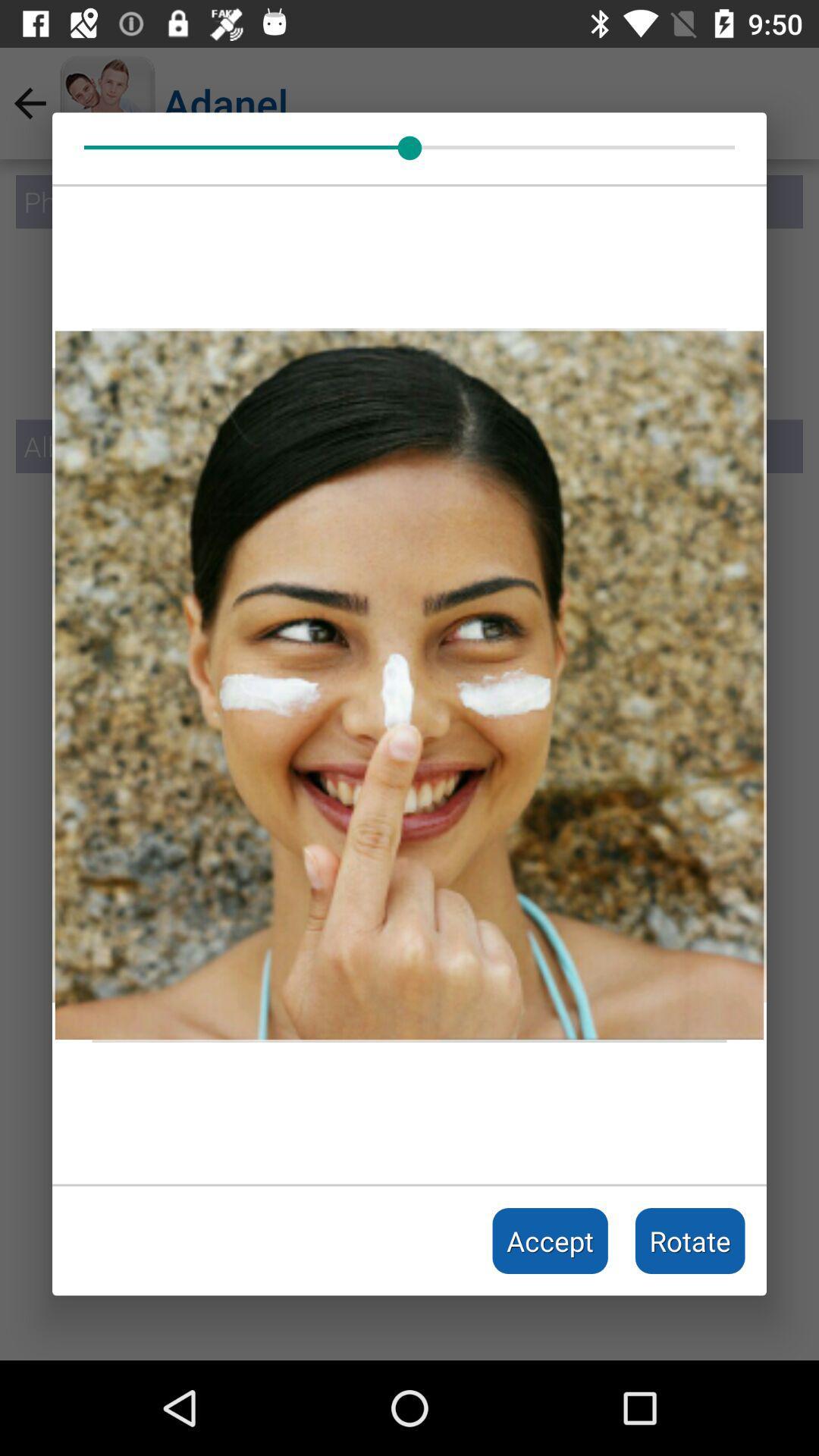 Image resolution: width=819 pixels, height=1456 pixels. What do you see at coordinates (690, 1241) in the screenshot?
I see `the item to the right of the accept item` at bounding box center [690, 1241].